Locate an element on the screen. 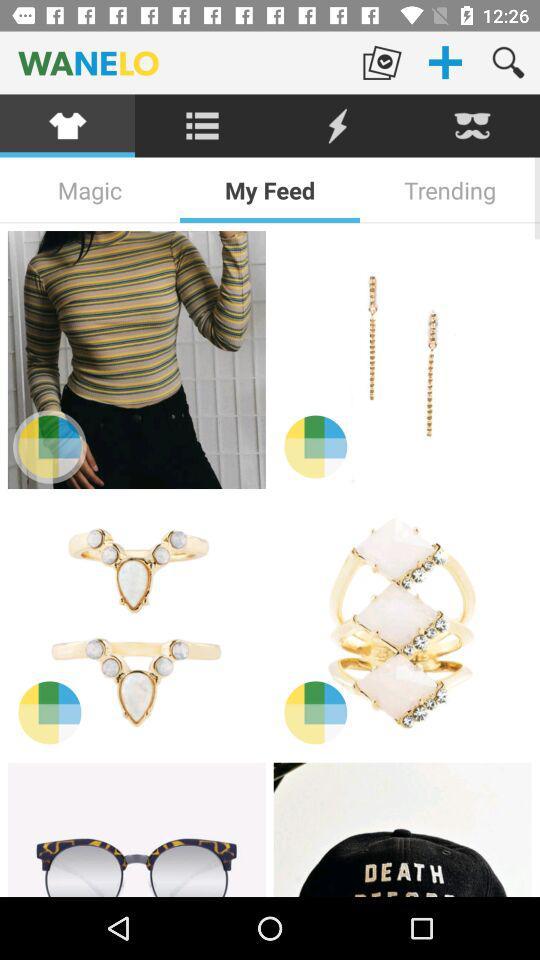 This screenshot has height=960, width=540. cap is located at coordinates (402, 829).